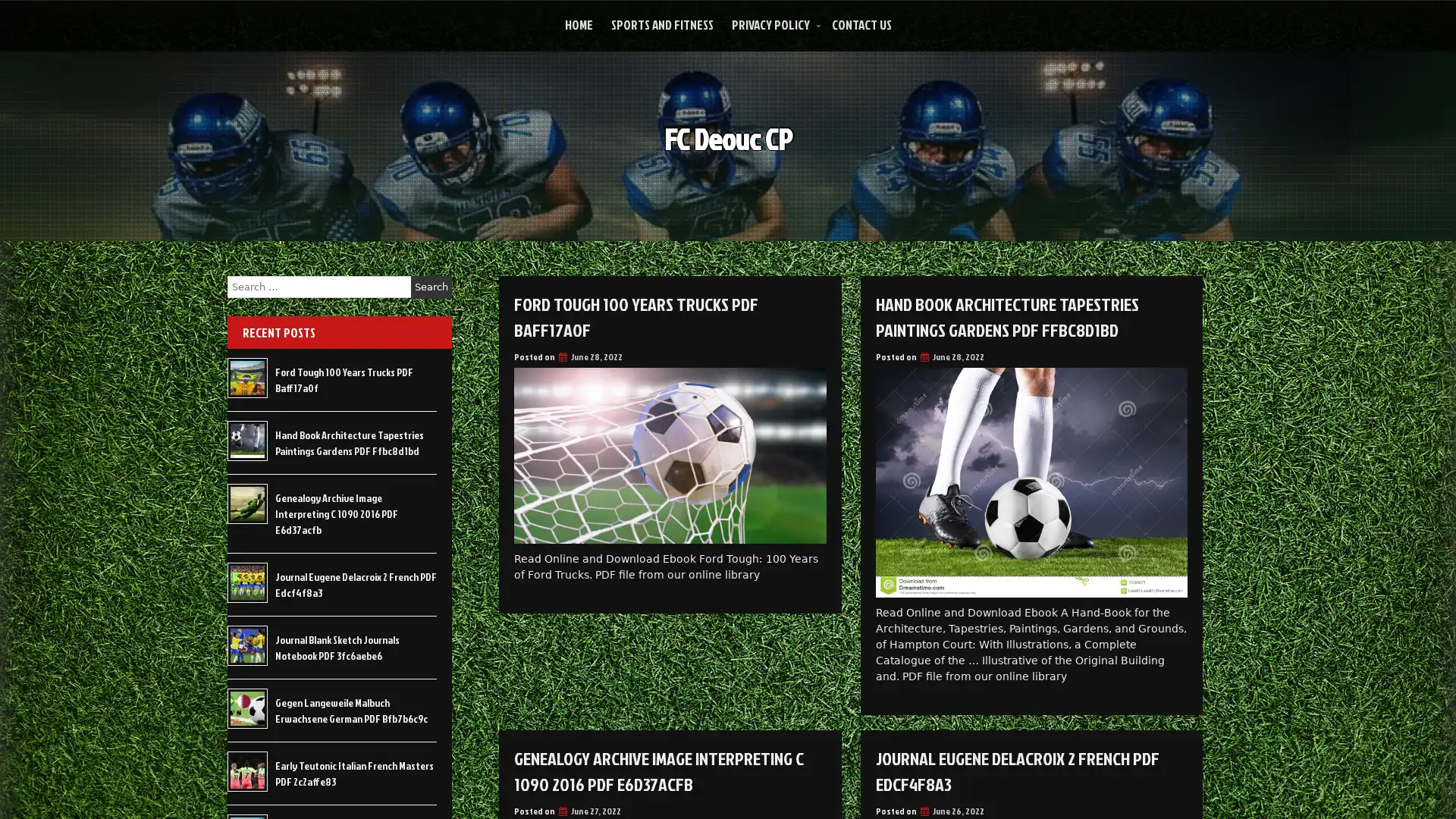  I want to click on Search, so click(431, 287).